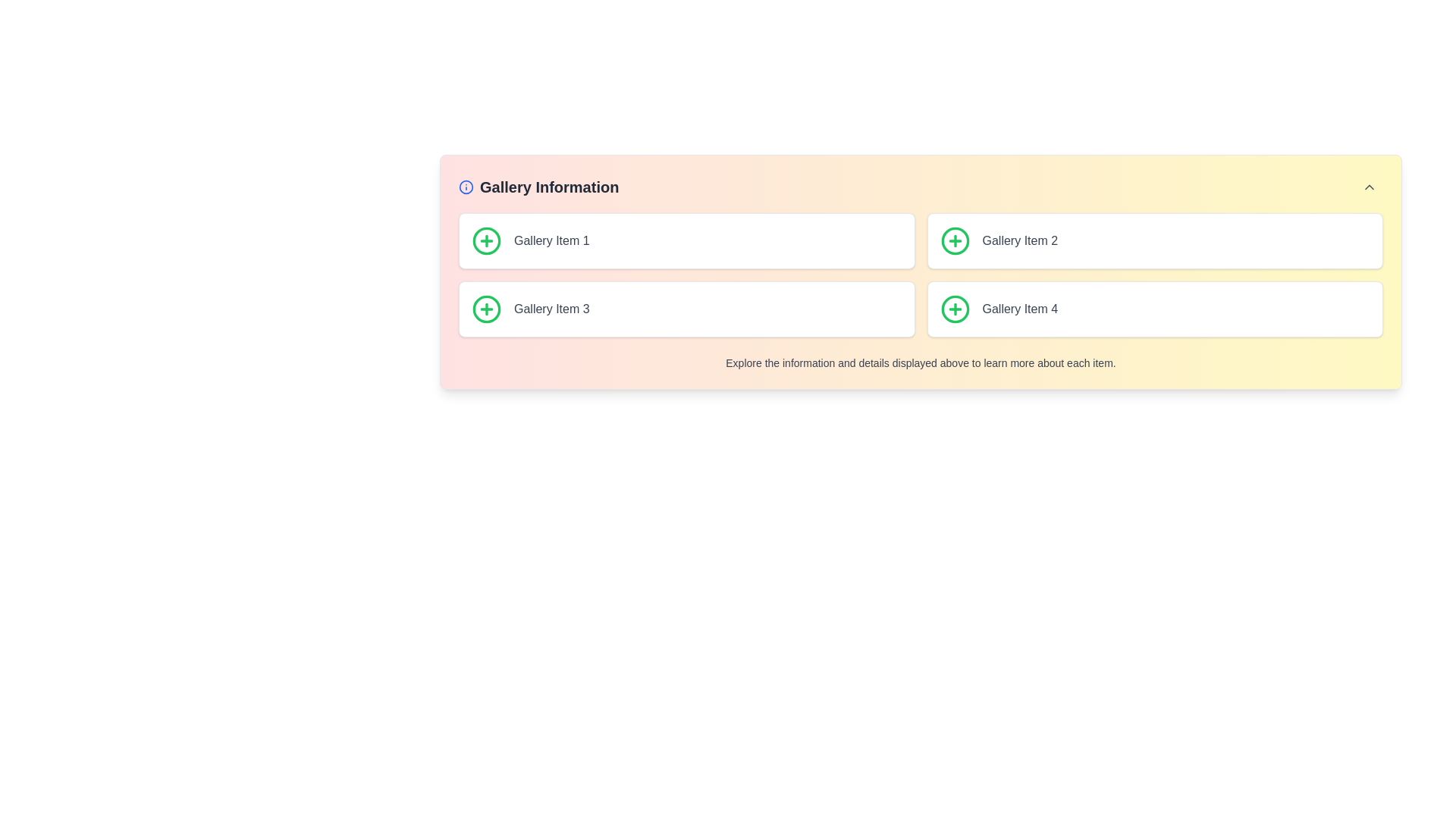 This screenshot has width=1456, height=819. I want to click on the Chevron icon located at the top-right corner of the 'Gallery Information' panel, so click(1369, 186).